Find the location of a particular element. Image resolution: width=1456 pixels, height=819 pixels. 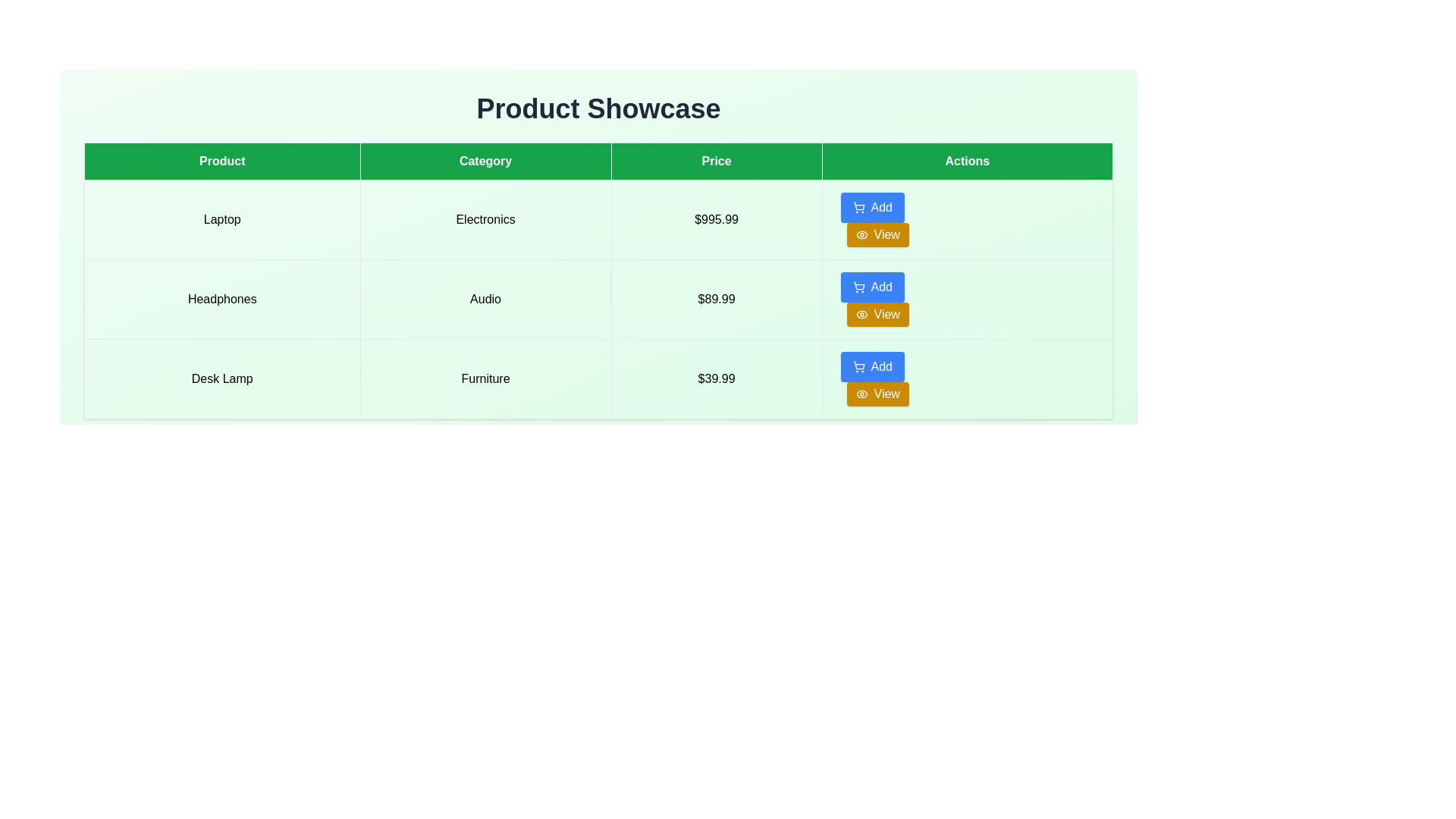

table cell containing the text 'Electronics' that is styled with a light-green background and centered black text, located in the second column of the row regarding 'Laptop' is located at coordinates (485, 219).